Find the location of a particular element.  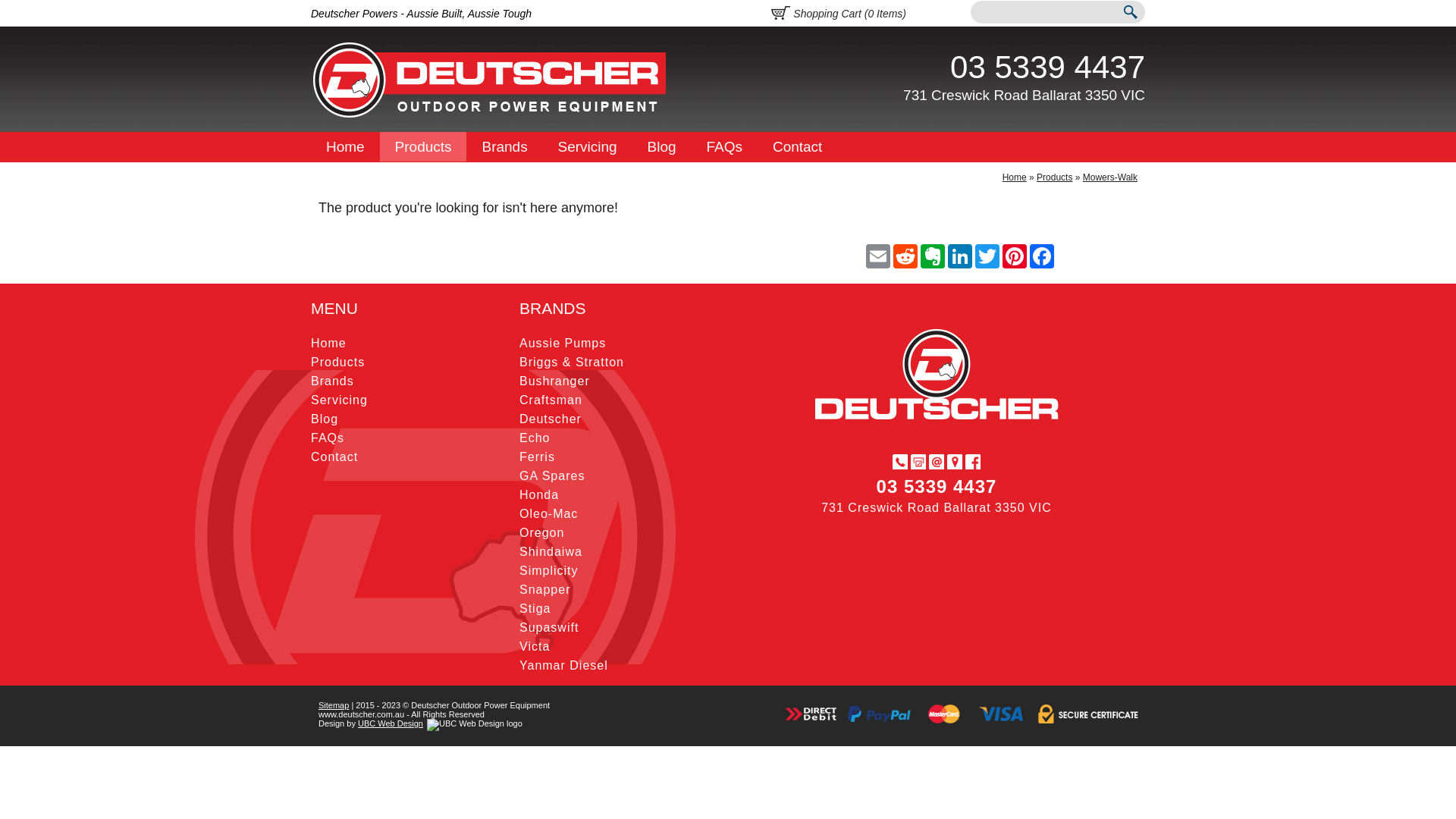

'Craftsman' is located at coordinates (550, 399).